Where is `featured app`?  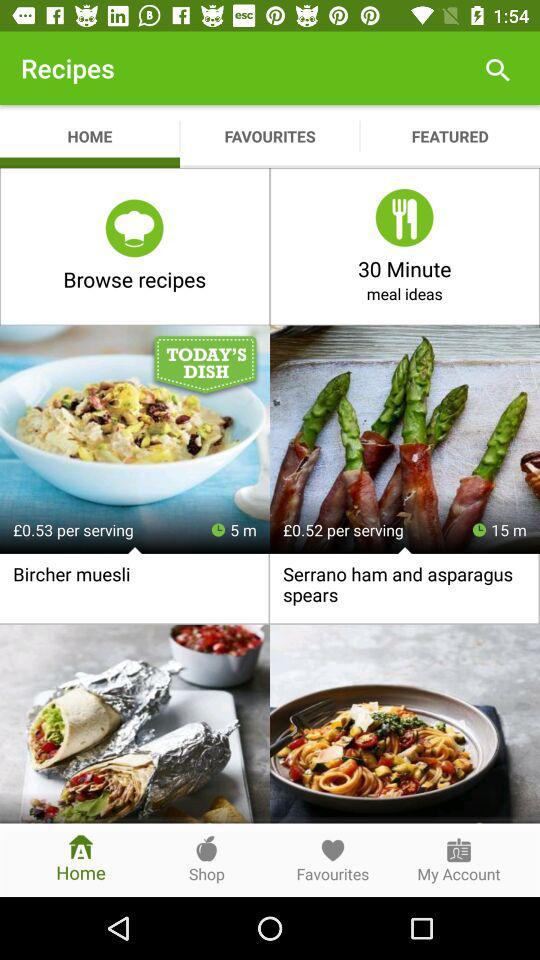 featured app is located at coordinates (449, 135).